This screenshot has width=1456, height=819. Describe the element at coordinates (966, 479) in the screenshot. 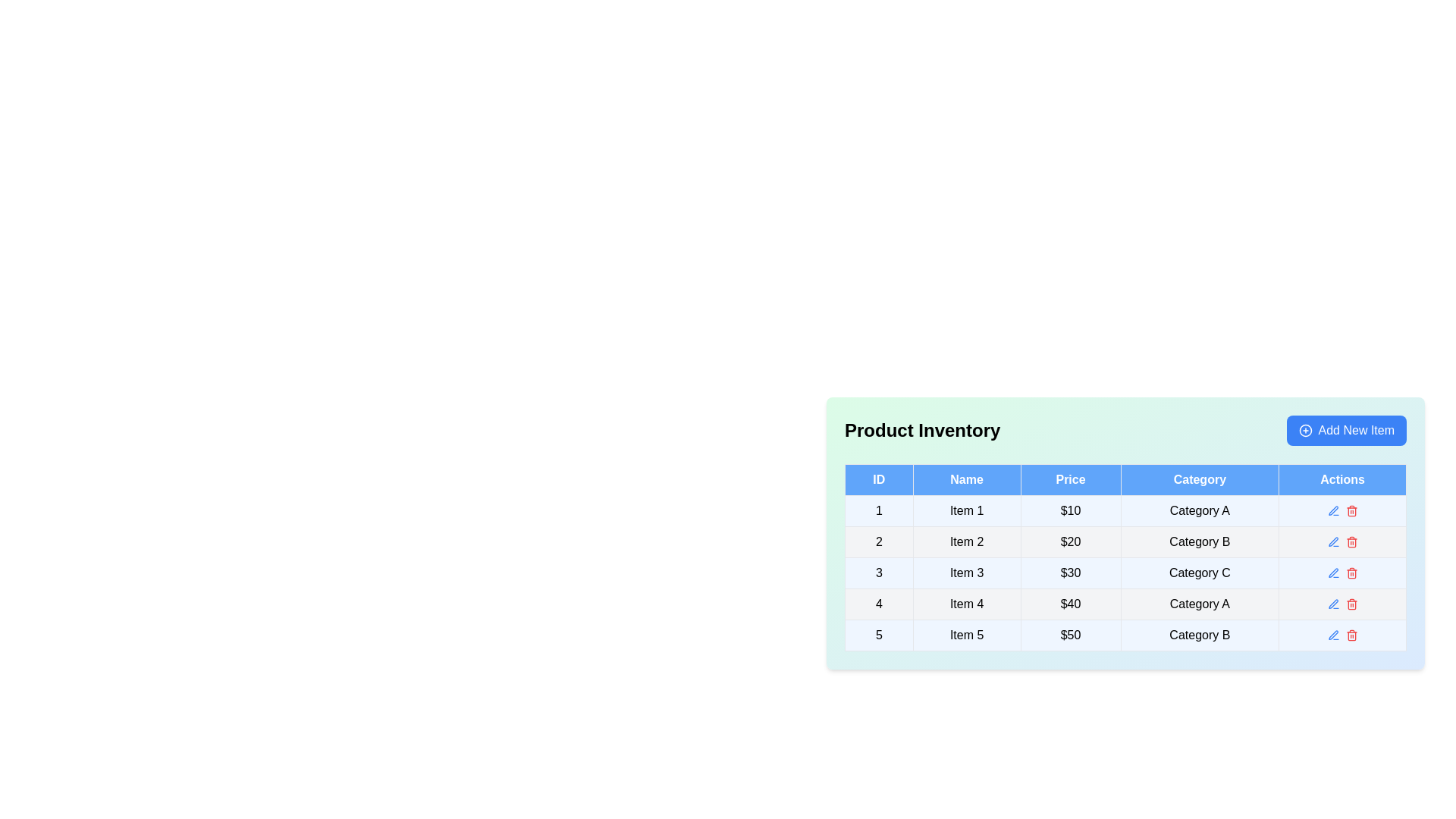

I see `the header label for the 'Name' column in the data table, which is positioned between the 'ID' and 'Price' columns` at that location.